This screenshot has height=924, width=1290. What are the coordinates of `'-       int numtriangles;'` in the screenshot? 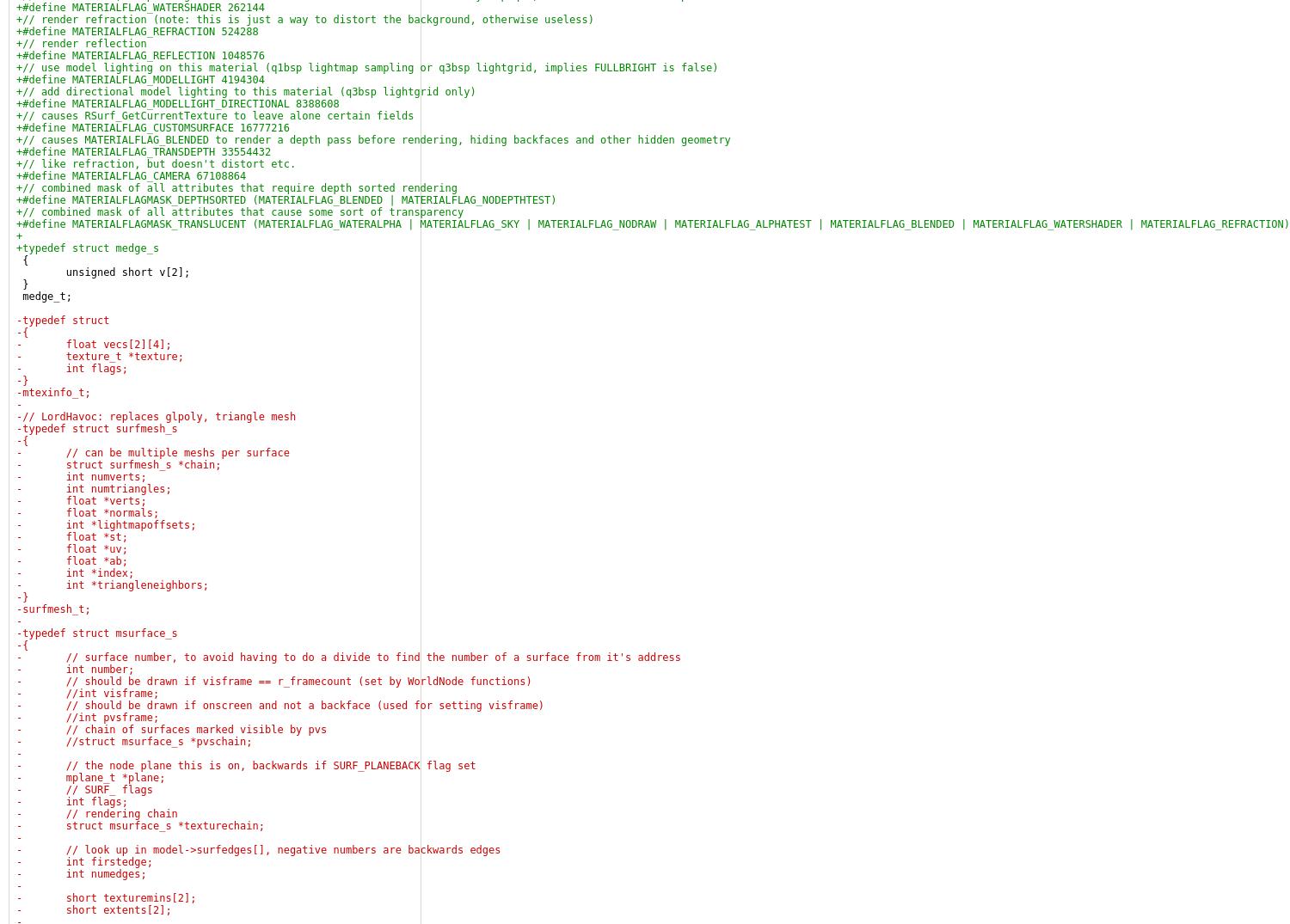 It's located at (93, 488).